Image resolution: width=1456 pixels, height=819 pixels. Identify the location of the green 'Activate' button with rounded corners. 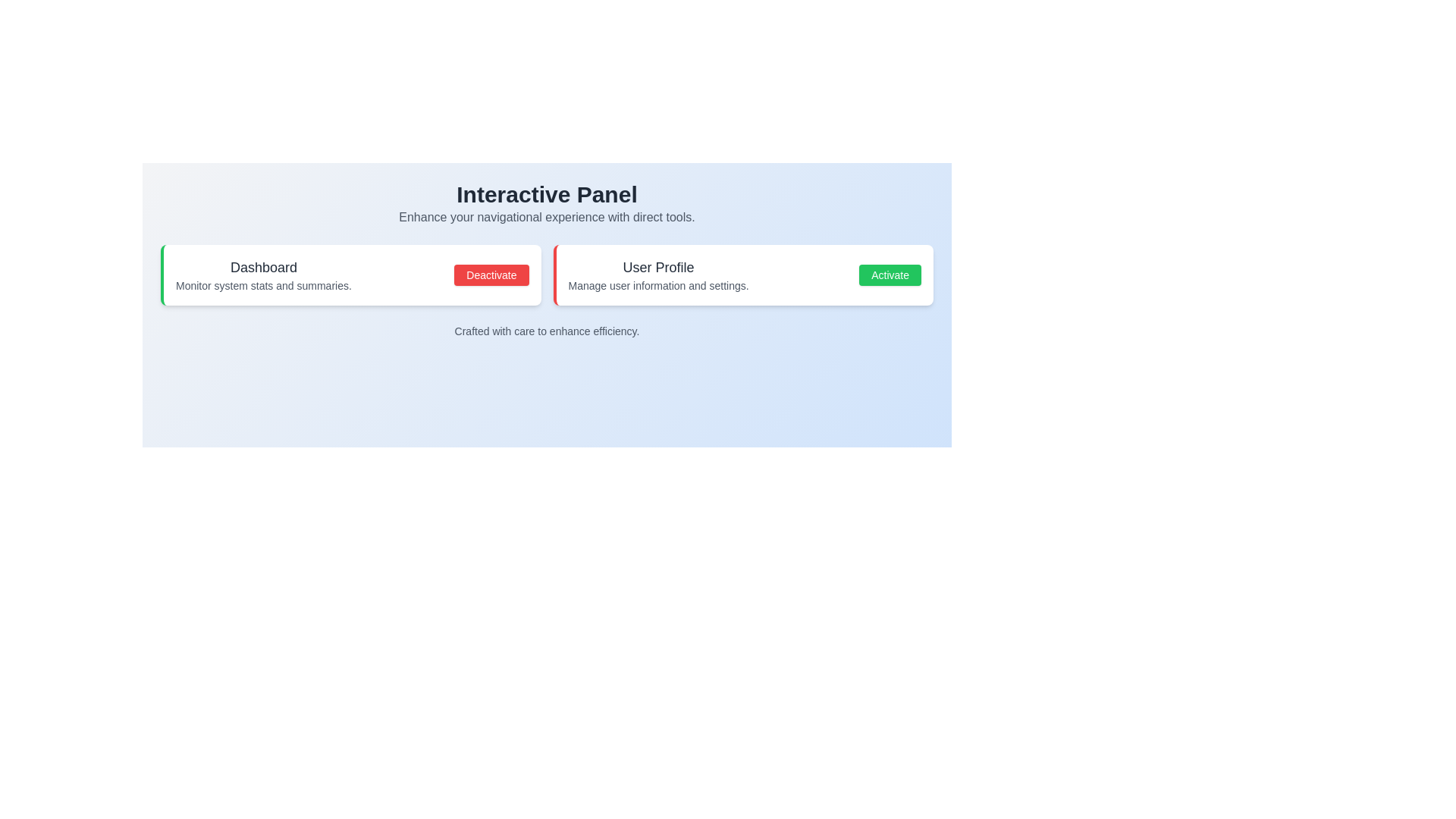
(890, 275).